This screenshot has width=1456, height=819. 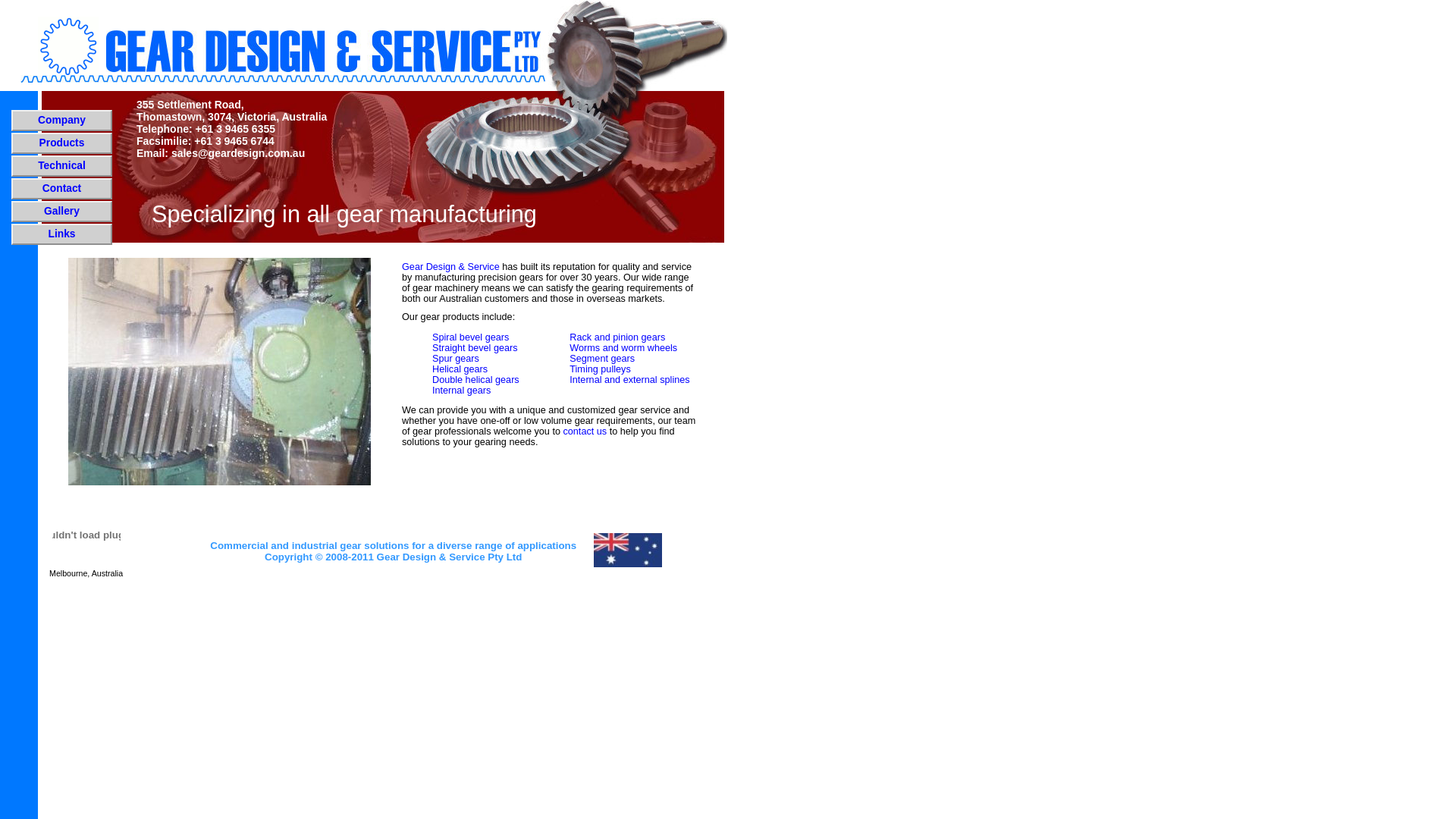 What do you see at coordinates (431, 369) in the screenshot?
I see `'Helical gears'` at bounding box center [431, 369].